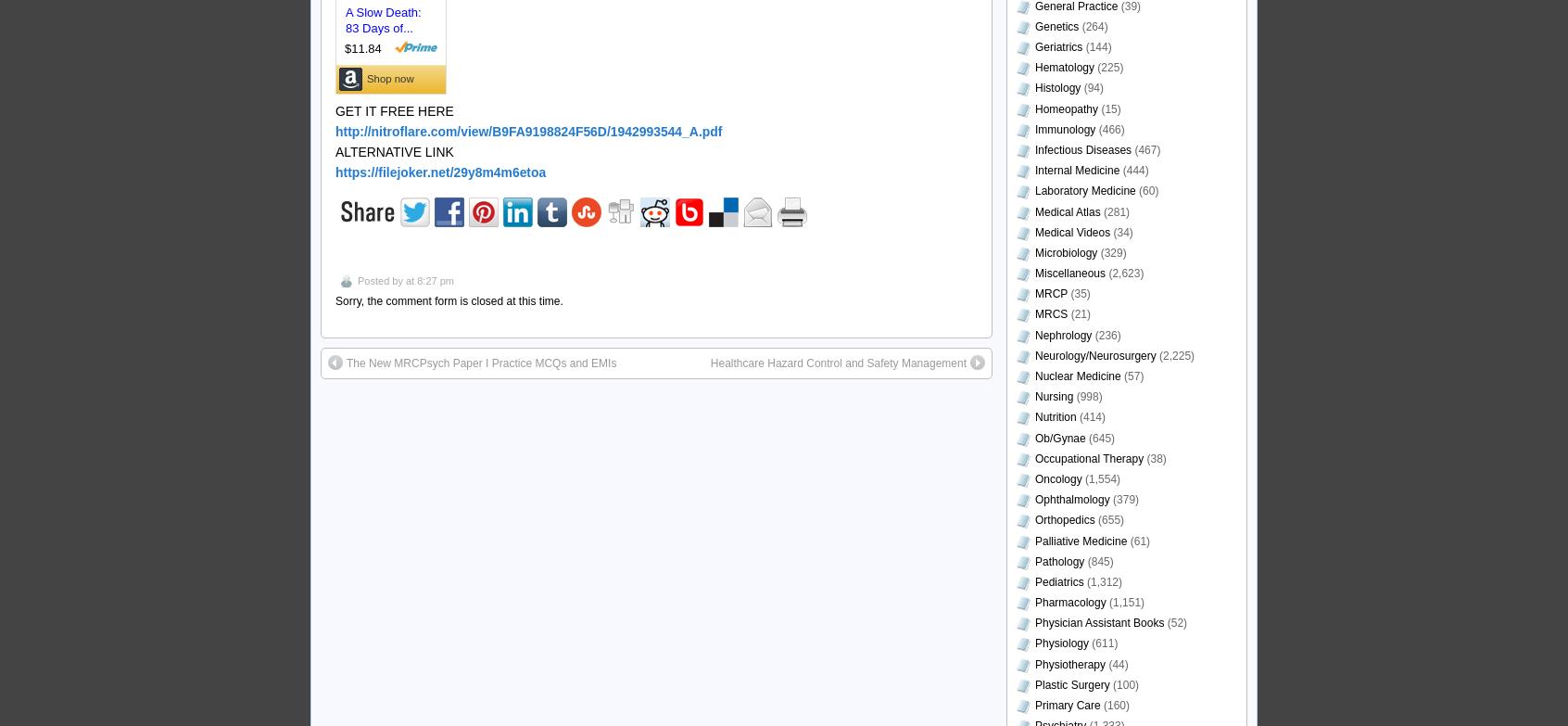 This screenshot has height=726, width=1568. What do you see at coordinates (1050, 314) in the screenshot?
I see `'MRCS'` at bounding box center [1050, 314].